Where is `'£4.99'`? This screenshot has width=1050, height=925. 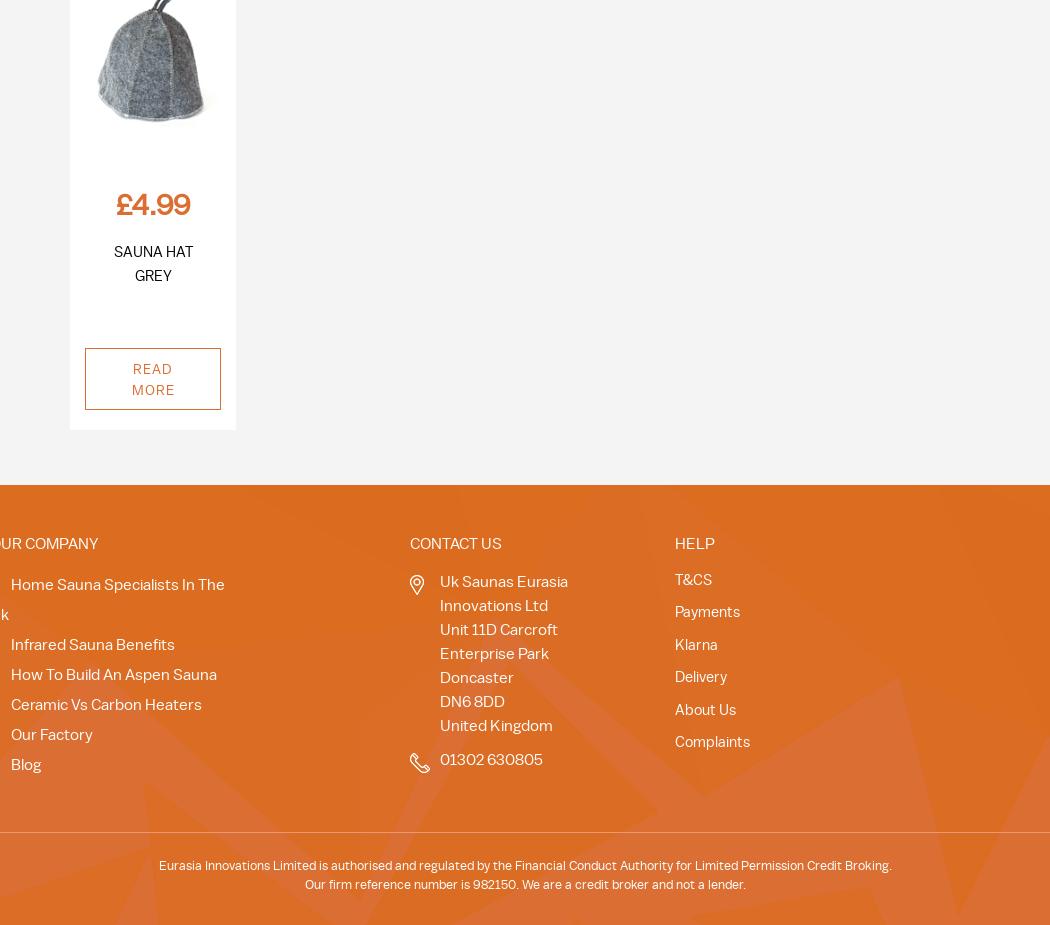 '£4.99' is located at coordinates (152, 204).